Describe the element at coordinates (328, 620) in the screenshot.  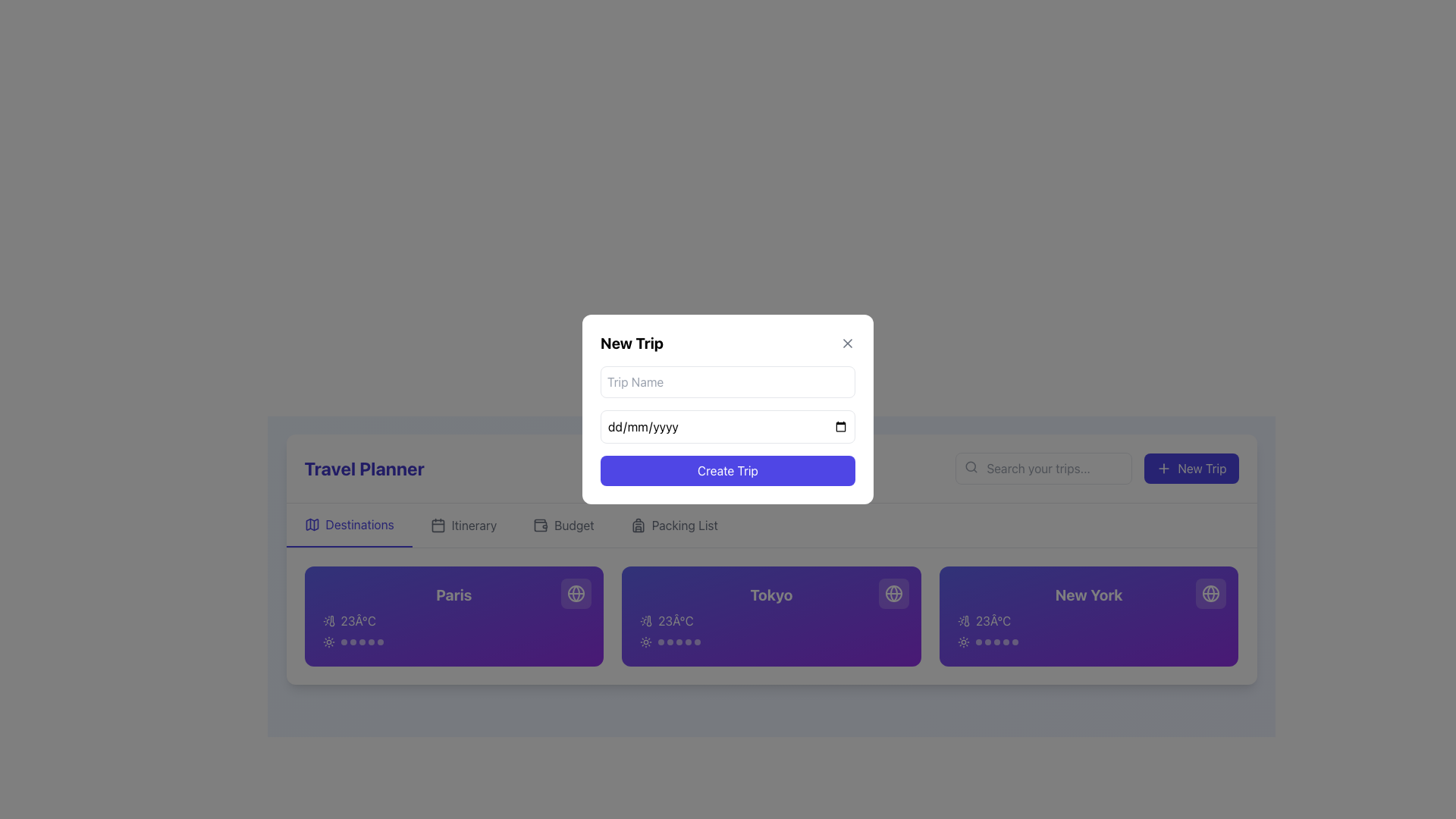
I see `the sun and thermometer icon, which is styled in an outlined fashion and positioned to the left of the '23°C' temperature indication within the card element for the 'Paris' destination` at that location.